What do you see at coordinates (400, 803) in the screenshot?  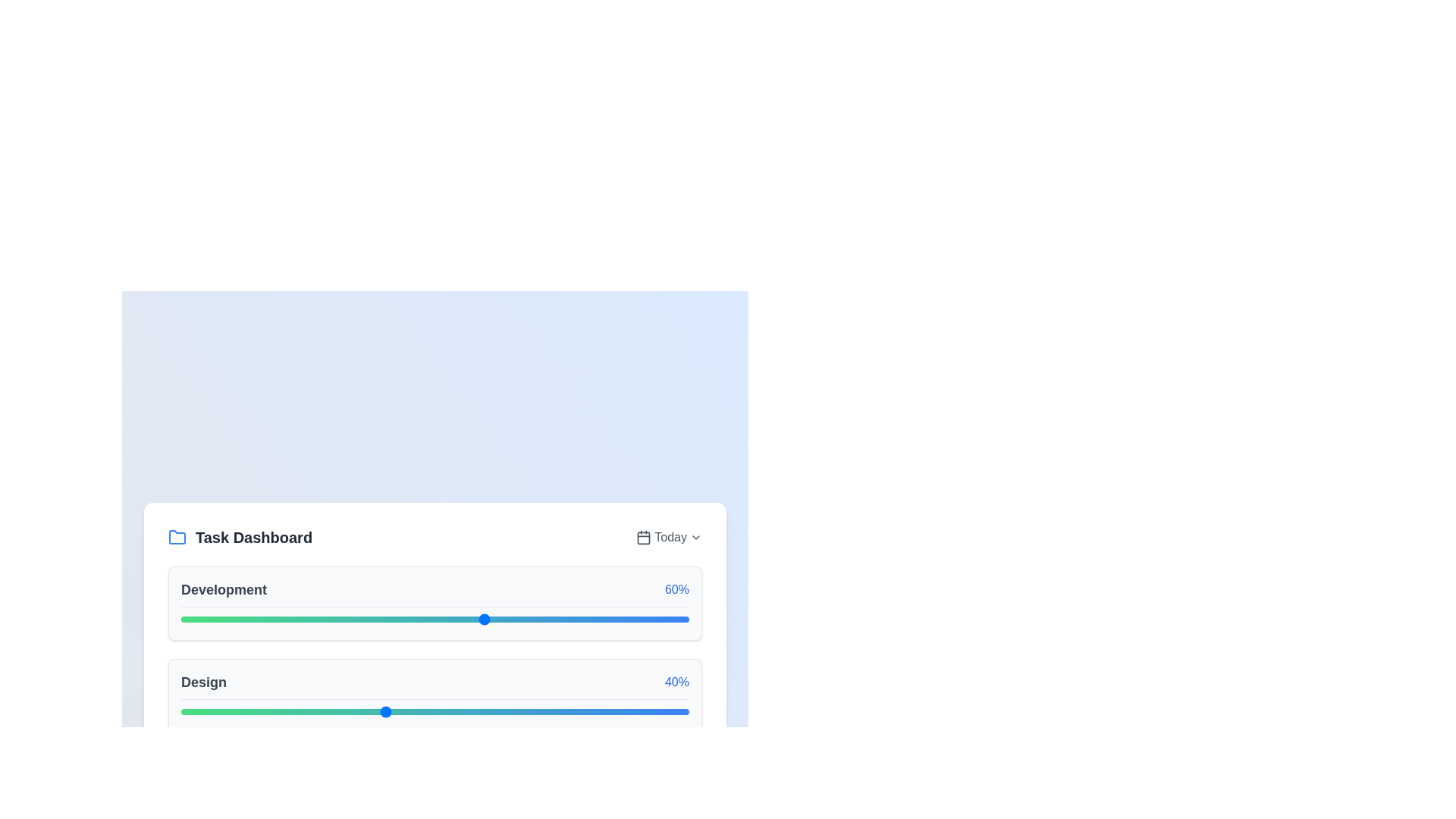 I see `the slider value` at bounding box center [400, 803].